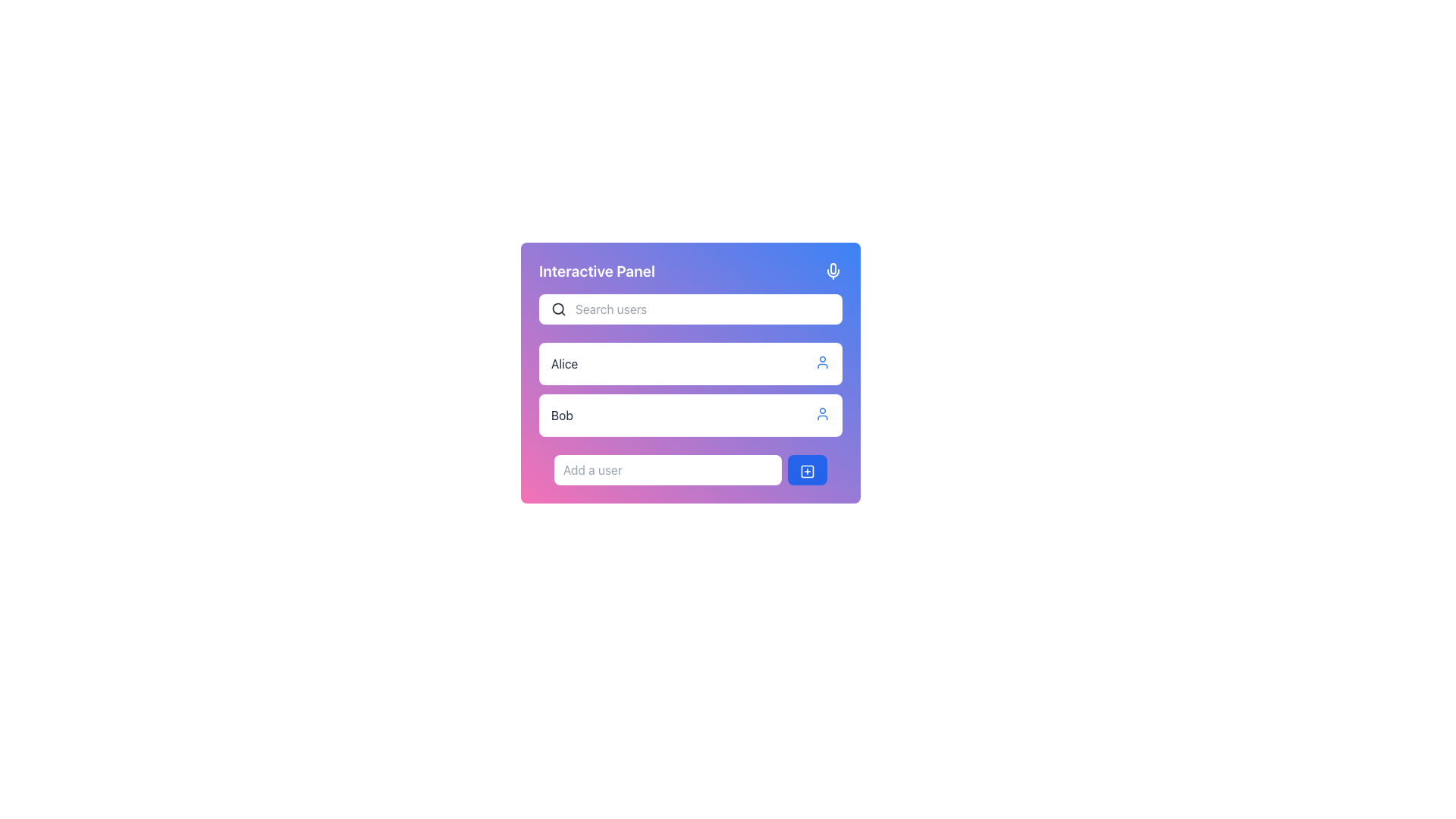 Image resolution: width=1456 pixels, height=819 pixels. What do you see at coordinates (690, 363) in the screenshot?
I see `the first list item containing the text 'Alice' with a user icon on the right side, located under the 'Interactive Panel' heading` at bounding box center [690, 363].